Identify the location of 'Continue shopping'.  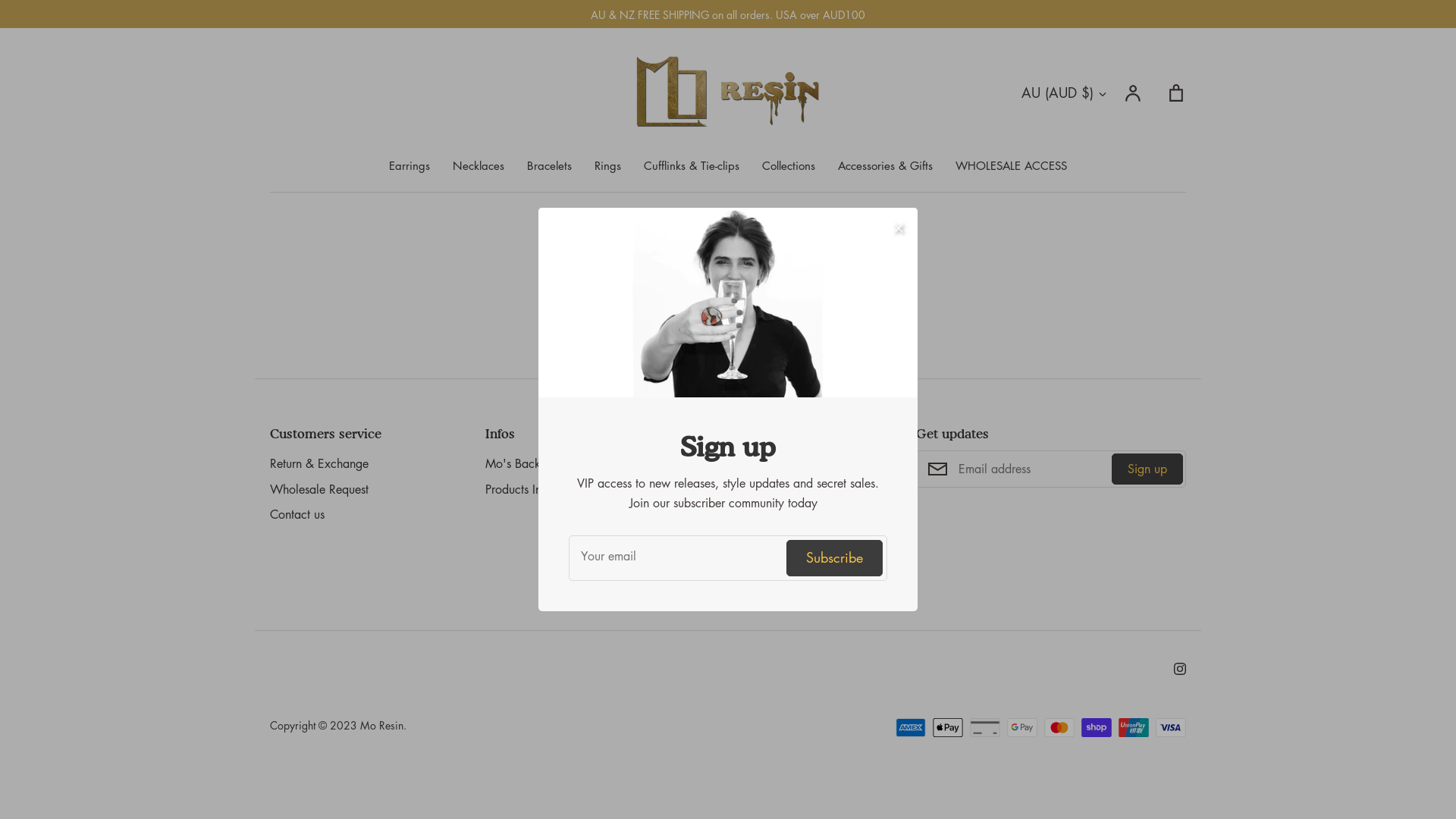
(728, 314).